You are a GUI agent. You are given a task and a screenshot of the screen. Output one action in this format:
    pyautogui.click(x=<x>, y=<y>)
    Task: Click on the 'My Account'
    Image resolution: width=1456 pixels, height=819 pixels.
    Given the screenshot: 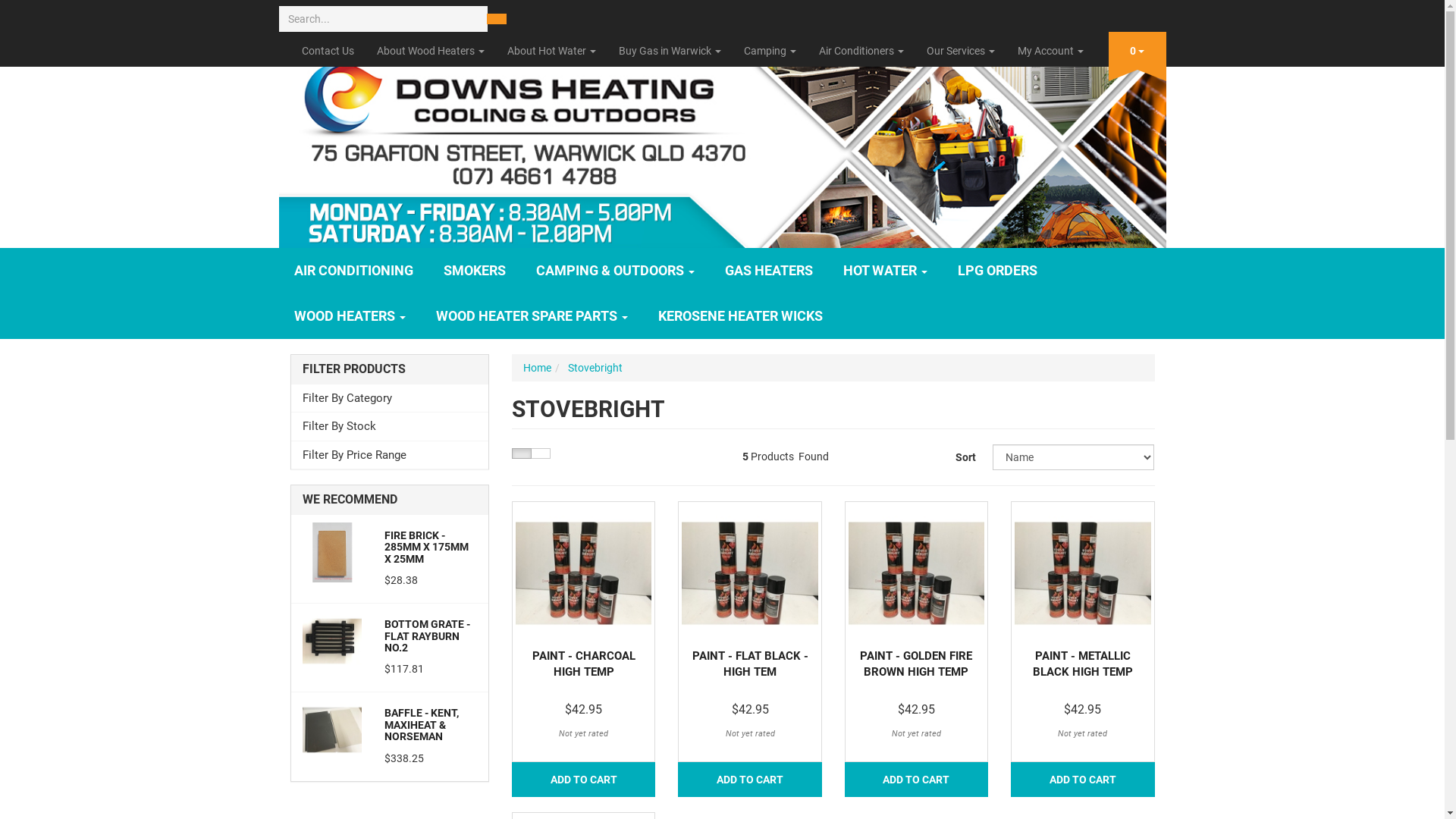 What is the action you would take?
    pyautogui.click(x=1005, y=49)
    